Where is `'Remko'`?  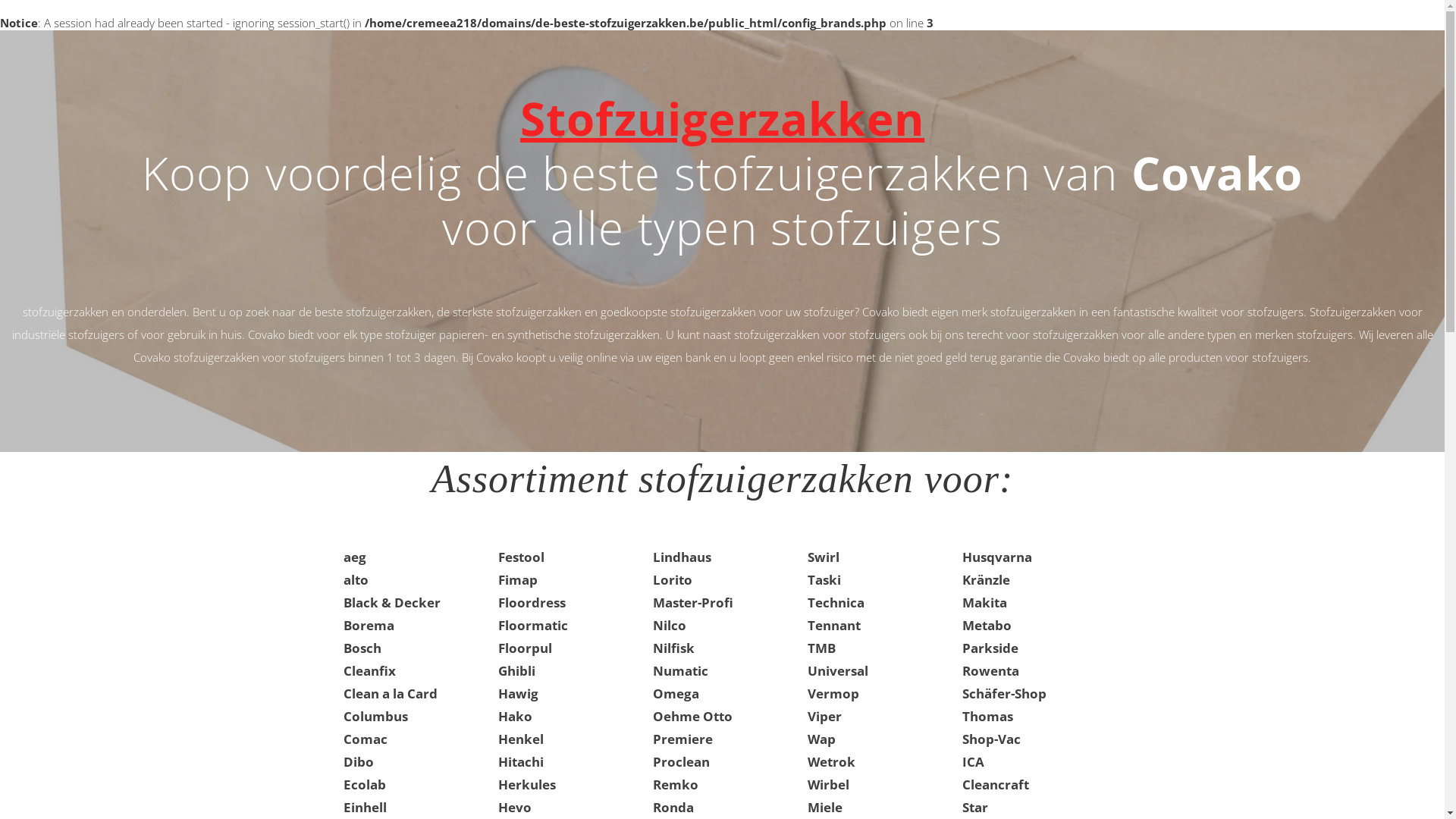 'Remko' is located at coordinates (673, 784).